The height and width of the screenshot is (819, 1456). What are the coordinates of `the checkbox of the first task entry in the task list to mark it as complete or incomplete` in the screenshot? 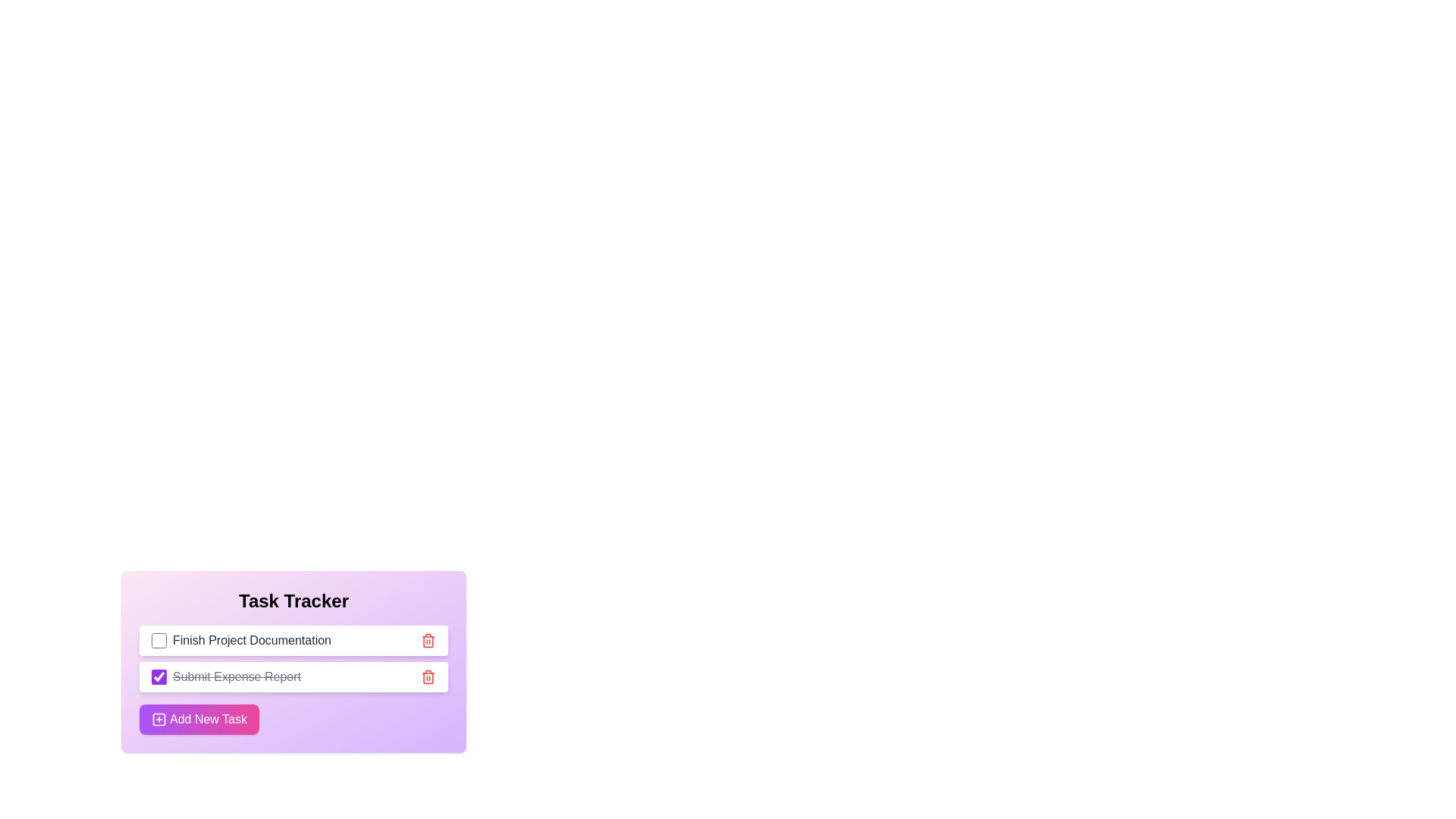 It's located at (293, 640).